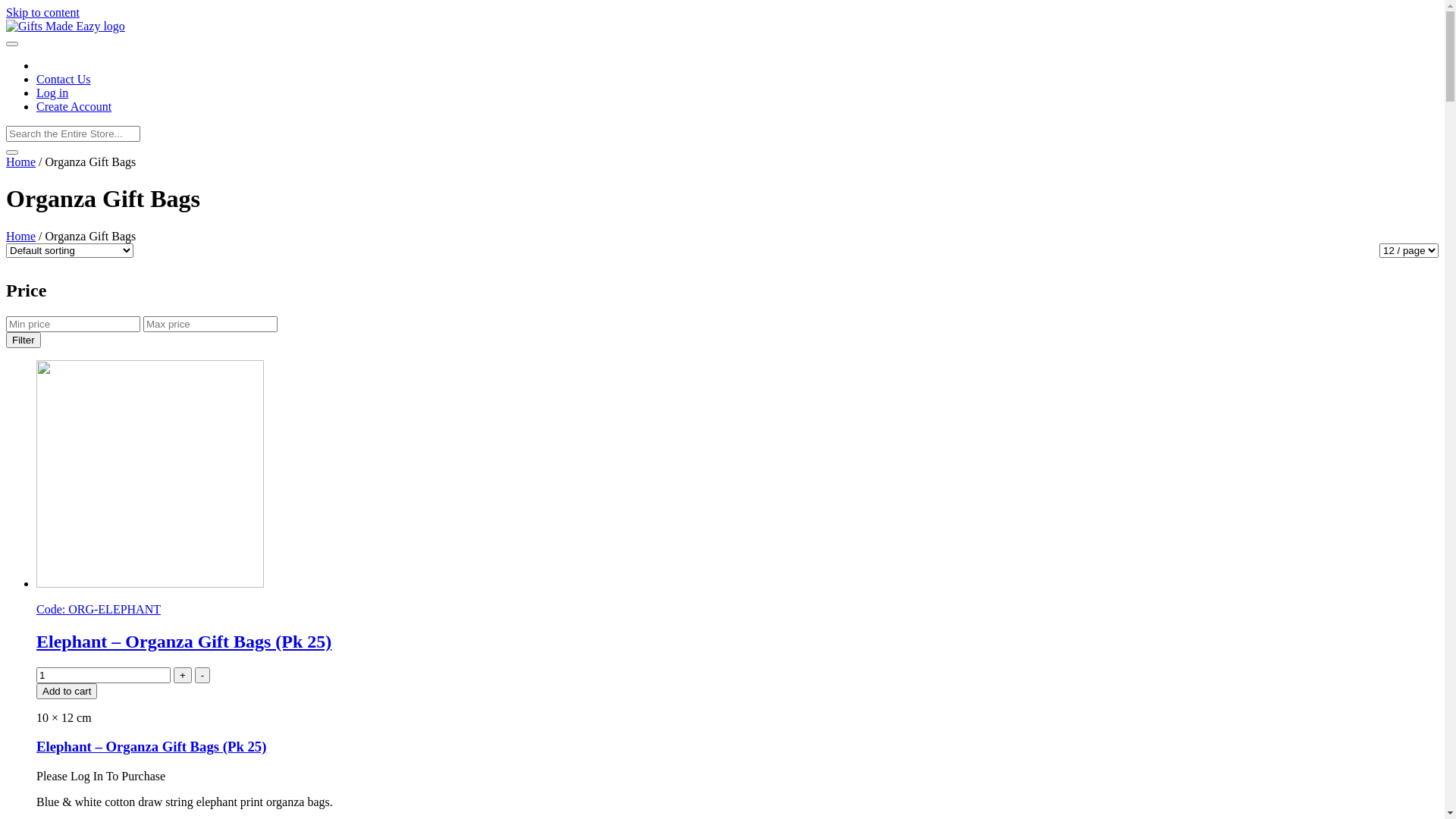  What do you see at coordinates (65, 690) in the screenshot?
I see `'Add to cart'` at bounding box center [65, 690].